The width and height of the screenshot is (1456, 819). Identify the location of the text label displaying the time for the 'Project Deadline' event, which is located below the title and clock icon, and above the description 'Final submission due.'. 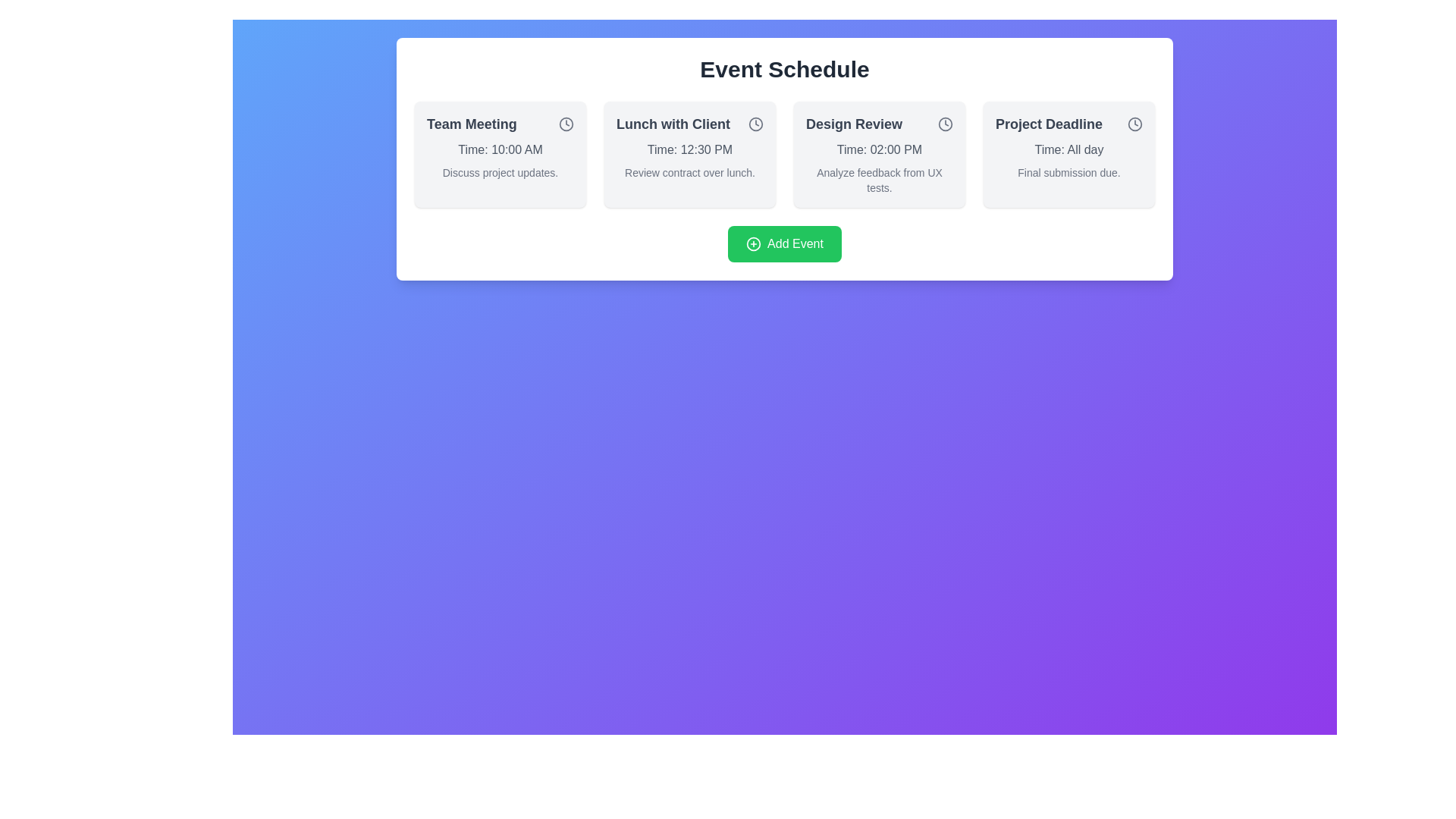
(1068, 149).